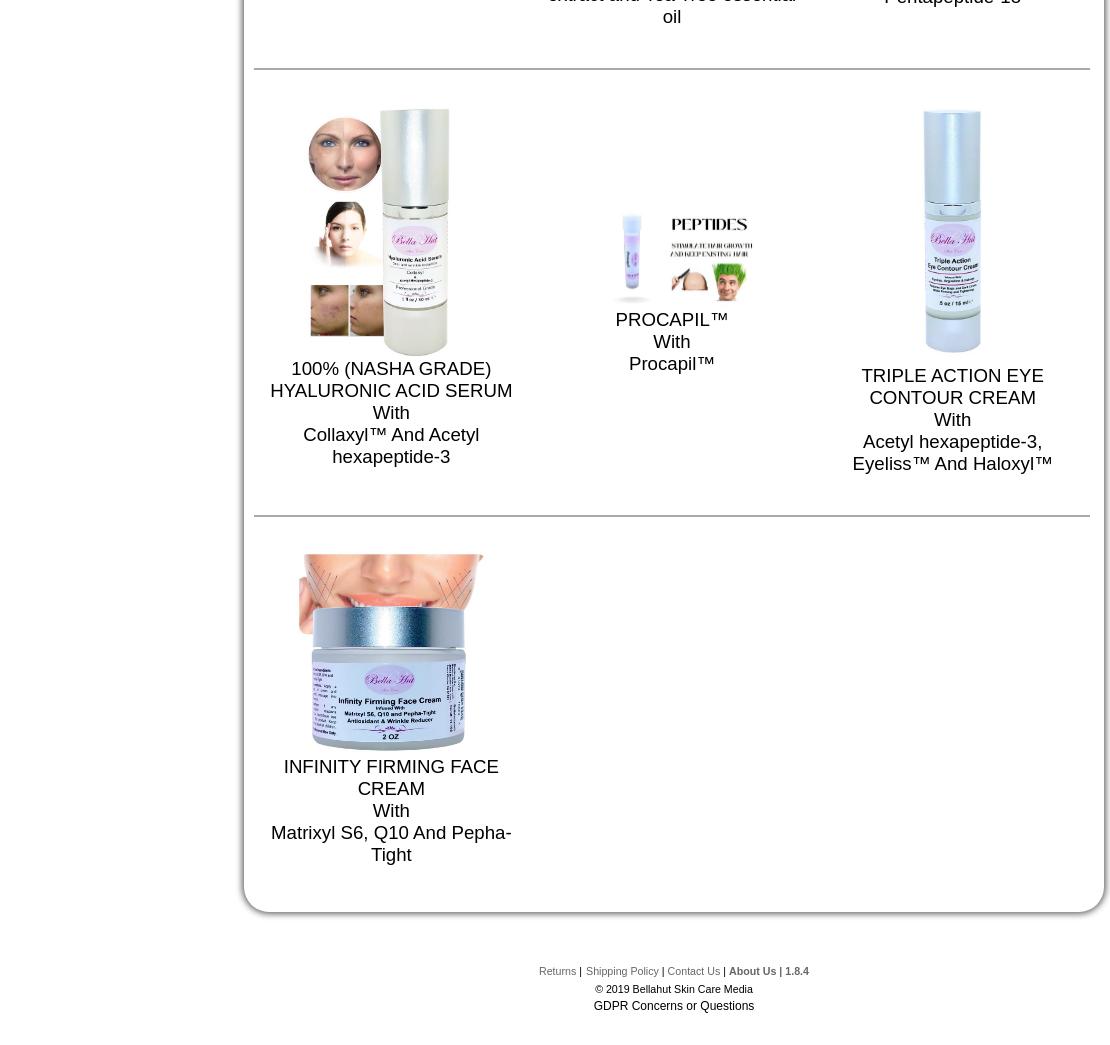  What do you see at coordinates (814, 23) in the screenshot?
I see `'I like retinol but it irritates my skin. I found this serum to be even better and in addition not sticky like some retinol serums. It really tightens up my skin and I am noticing my jawline is much more prominent. JUST LOVING IT!'` at bounding box center [814, 23].